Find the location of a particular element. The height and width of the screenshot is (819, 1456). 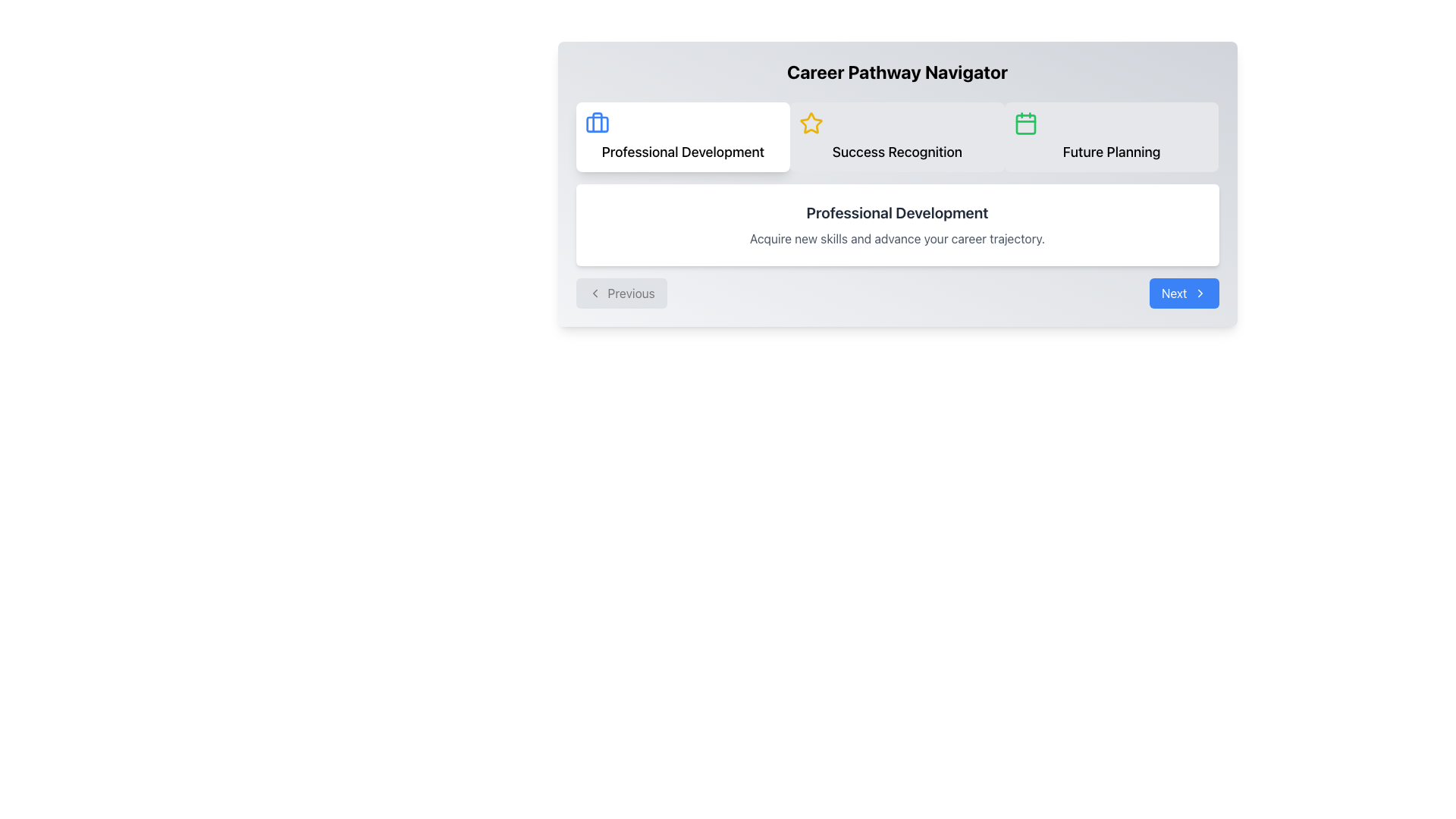

the 'Future Planning' button, which is the third and rightmost item in a horizontal group of three, positioned to the right of the 'Success Recognition' rectangle is located at coordinates (1112, 137).